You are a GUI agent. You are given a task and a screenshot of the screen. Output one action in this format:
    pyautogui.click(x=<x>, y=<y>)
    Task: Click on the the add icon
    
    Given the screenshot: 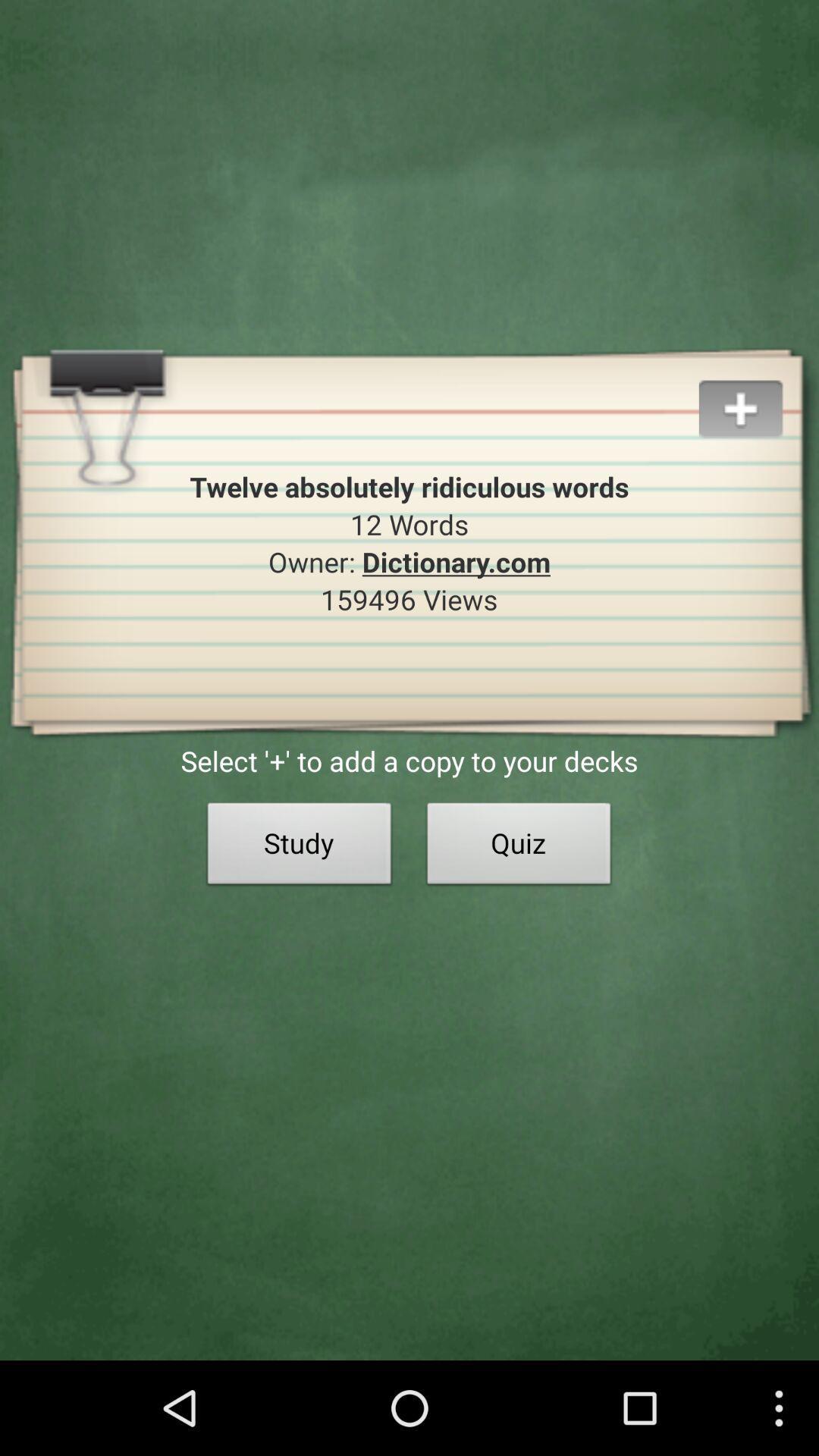 What is the action you would take?
    pyautogui.click(x=758, y=419)
    